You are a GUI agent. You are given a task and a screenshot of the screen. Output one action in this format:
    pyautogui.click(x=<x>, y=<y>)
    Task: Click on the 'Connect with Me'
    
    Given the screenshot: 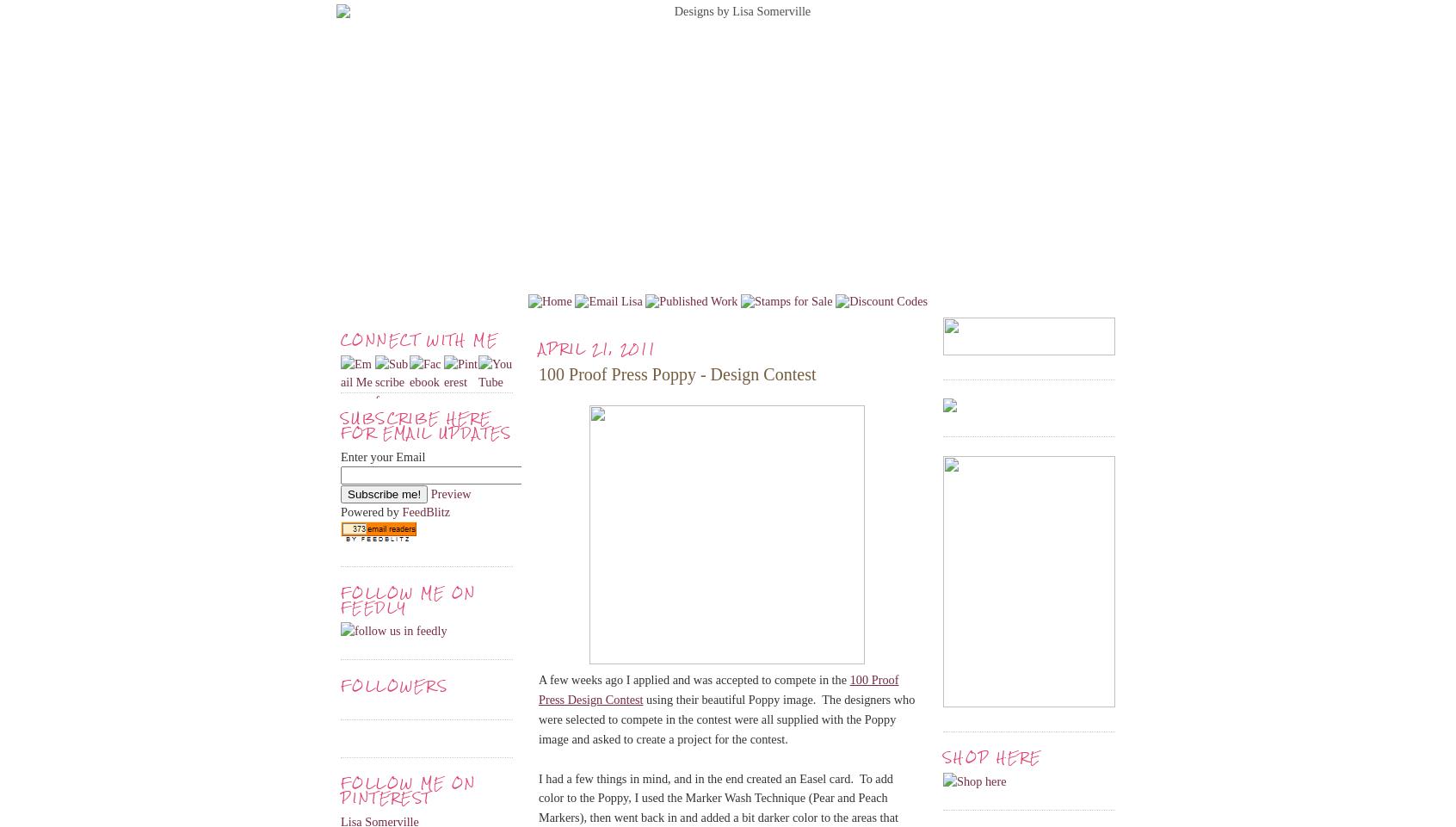 What is the action you would take?
    pyautogui.click(x=418, y=339)
    